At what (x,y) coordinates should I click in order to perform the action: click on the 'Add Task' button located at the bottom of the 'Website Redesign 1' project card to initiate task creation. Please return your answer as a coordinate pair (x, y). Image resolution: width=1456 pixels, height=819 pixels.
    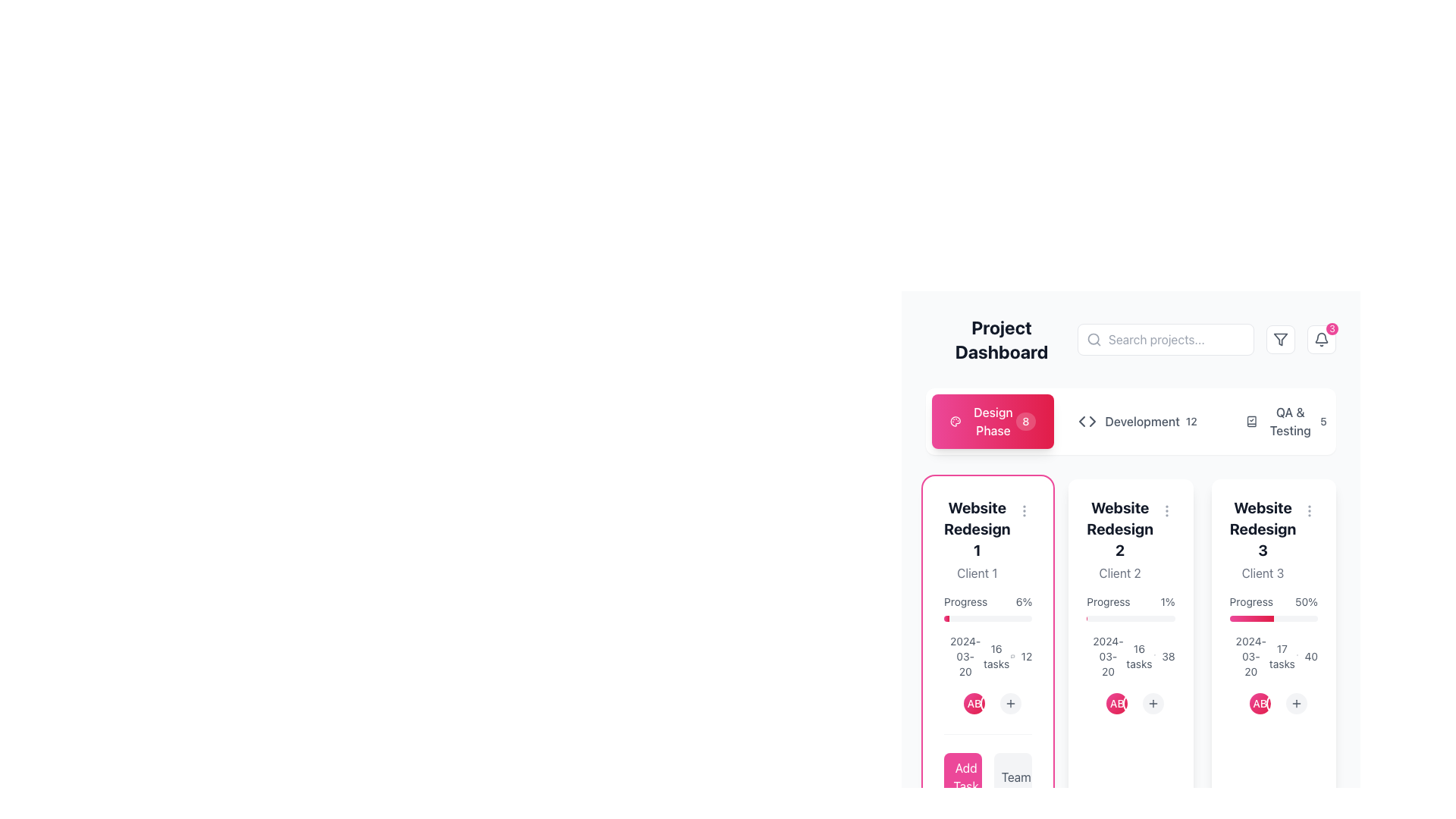
    Looking at the image, I should click on (988, 767).